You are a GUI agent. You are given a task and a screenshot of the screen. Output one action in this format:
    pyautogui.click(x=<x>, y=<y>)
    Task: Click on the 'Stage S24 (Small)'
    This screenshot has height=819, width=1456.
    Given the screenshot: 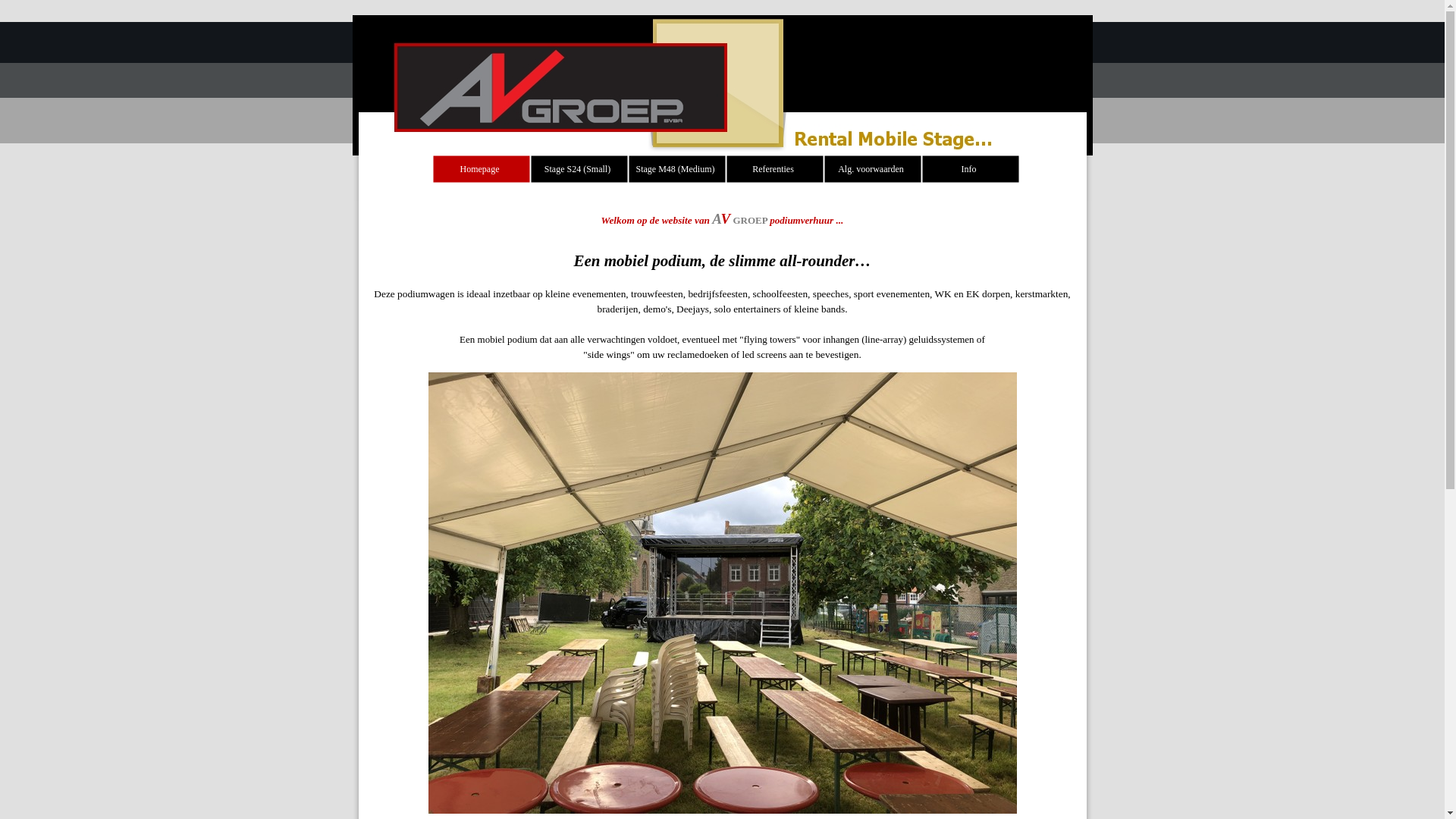 What is the action you would take?
    pyautogui.click(x=579, y=169)
    